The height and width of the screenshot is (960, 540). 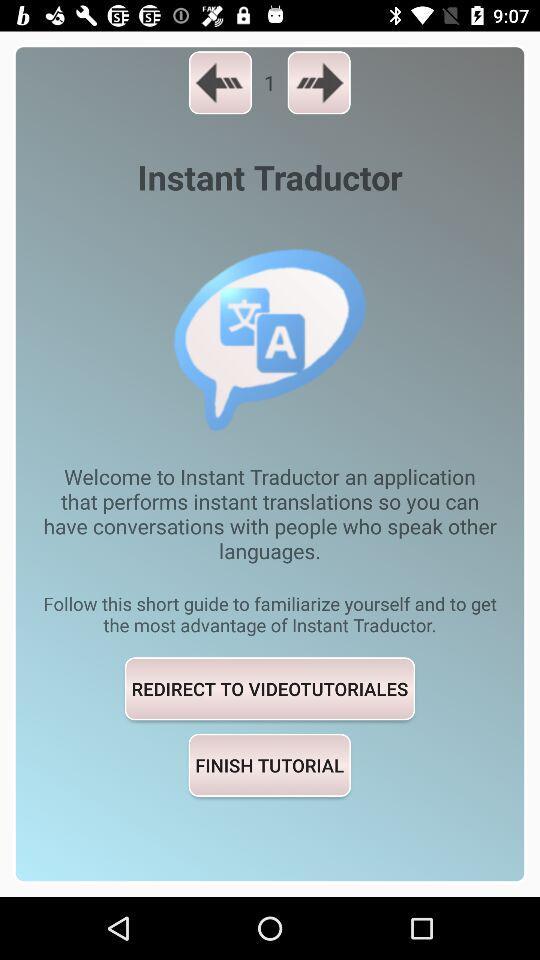 What do you see at coordinates (269, 764) in the screenshot?
I see `icon below the redirect to videotutoriales item` at bounding box center [269, 764].